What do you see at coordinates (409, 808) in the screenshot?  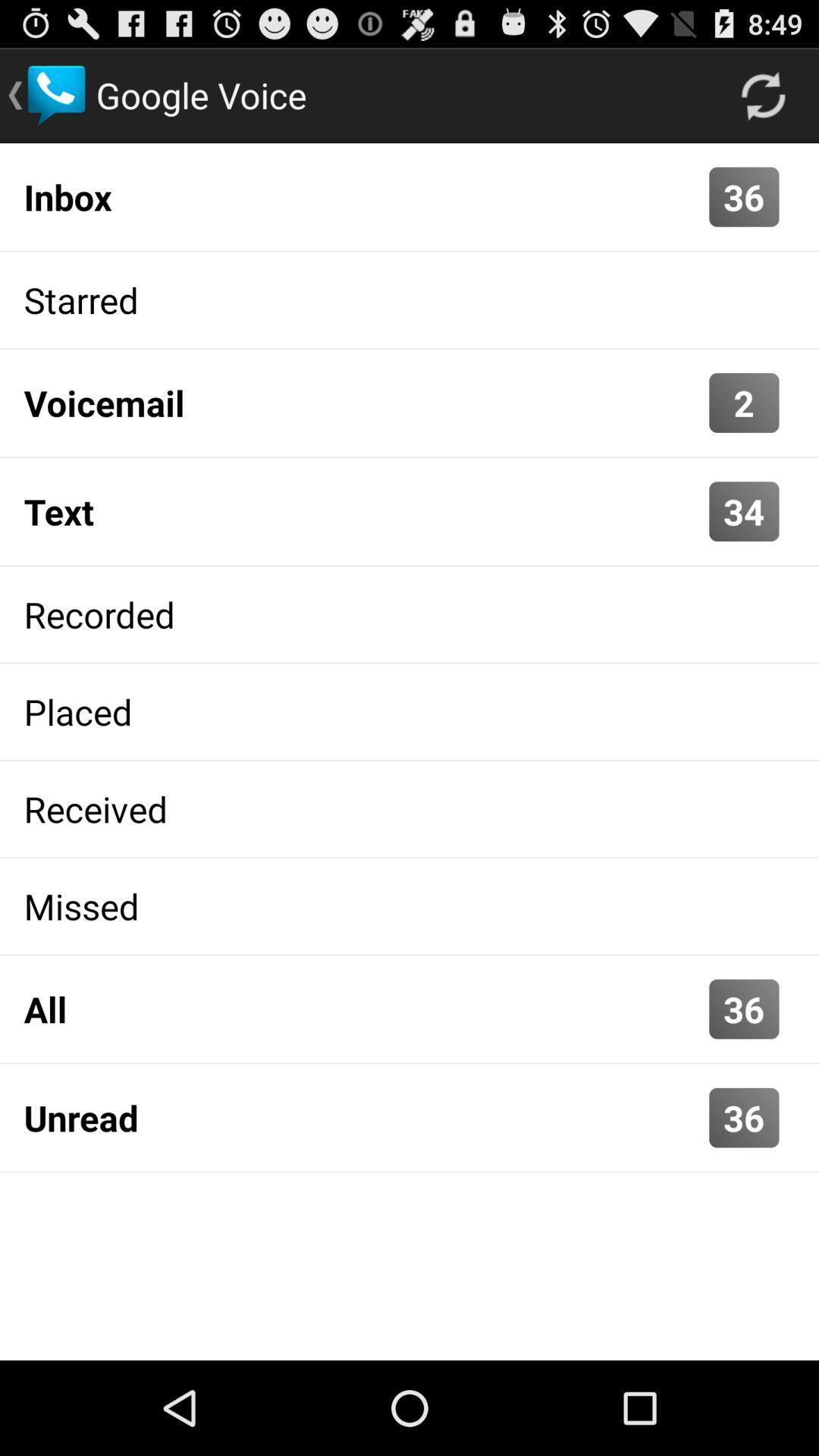 I see `received icon` at bounding box center [409, 808].